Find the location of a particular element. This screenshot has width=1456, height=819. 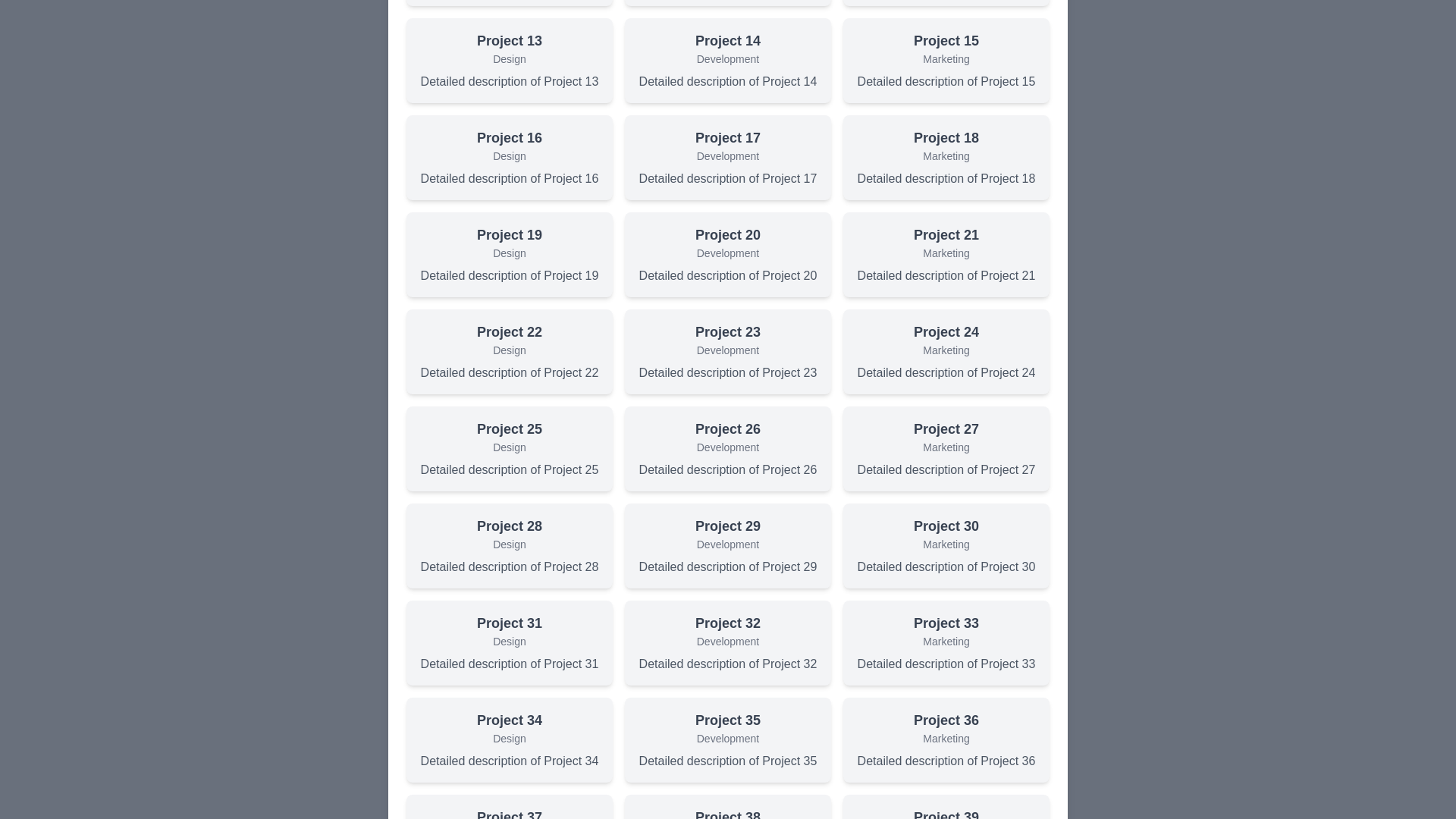

the background overlay to close the dialog is located at coordinates (728, 409).